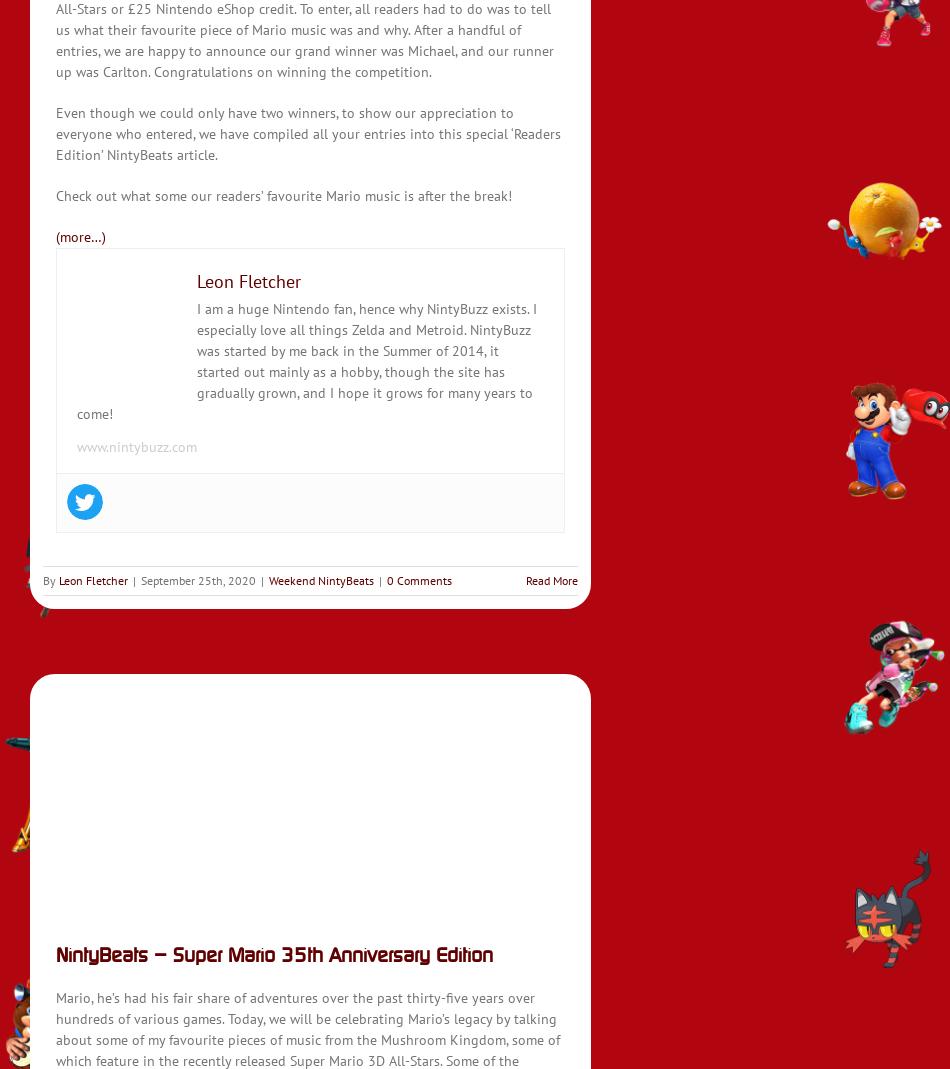  Describe the element at coordinates (273, 953) in the screenshot. I see `'NintyBeats – Super Mario 35th Anniversary Edition'` at that location.